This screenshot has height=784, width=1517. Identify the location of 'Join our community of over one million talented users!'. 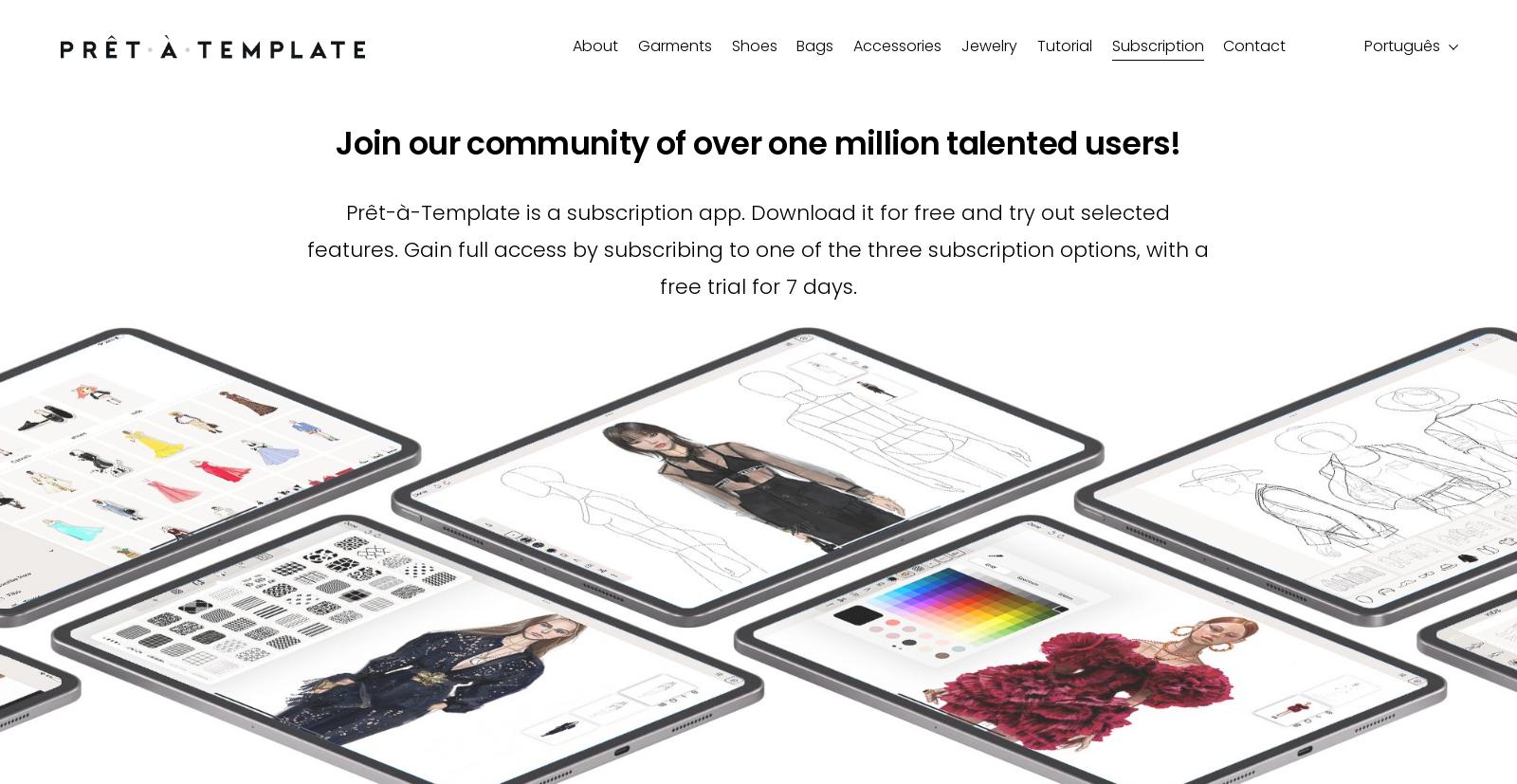
(758, 143).